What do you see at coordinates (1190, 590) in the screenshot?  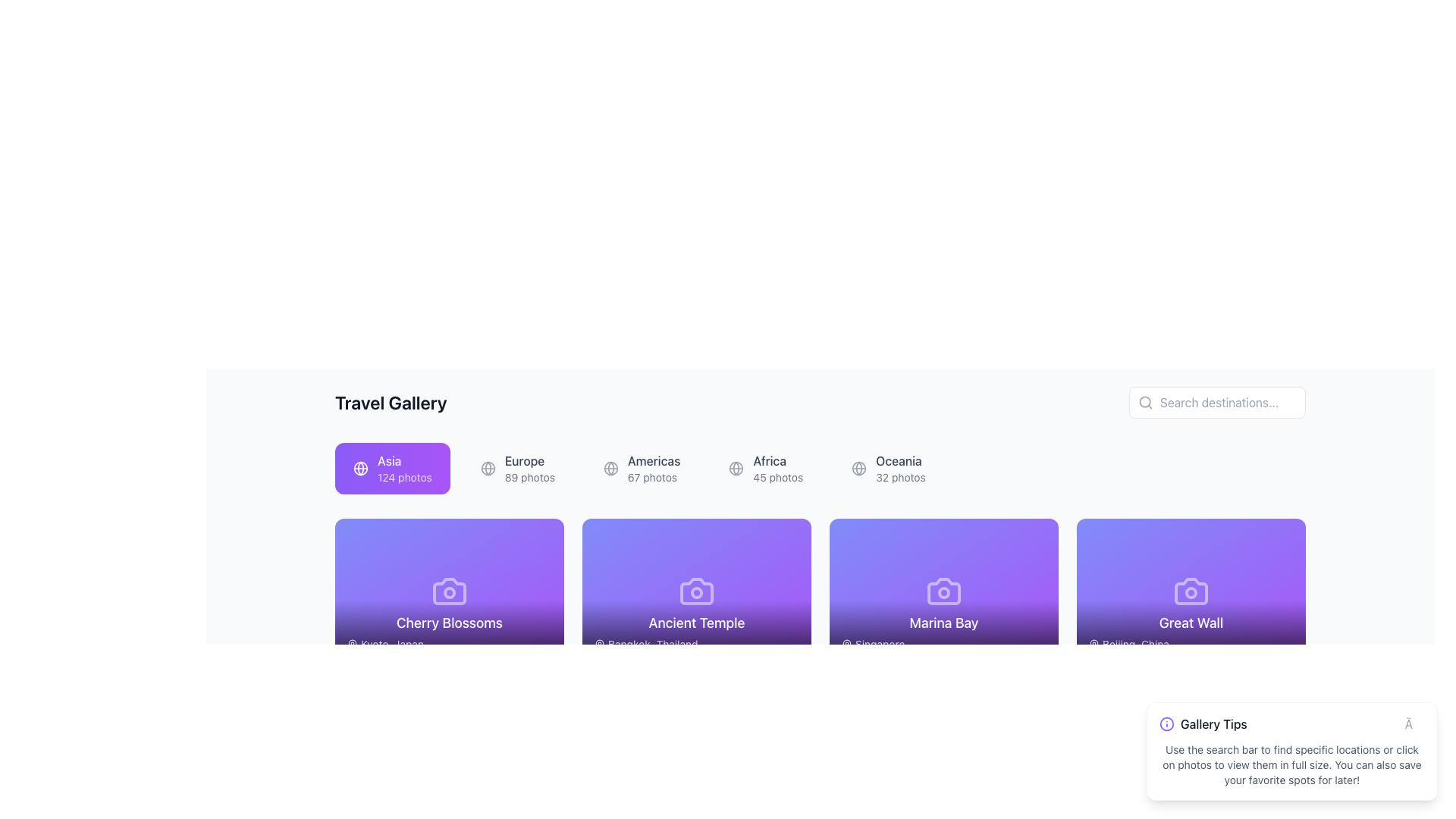 I see `the fourth Card element in the 'Travel Gallery' section, which visually represents the Great Wall destination and contains an image, title, and subtitle` at bounding box center [1190, 590].